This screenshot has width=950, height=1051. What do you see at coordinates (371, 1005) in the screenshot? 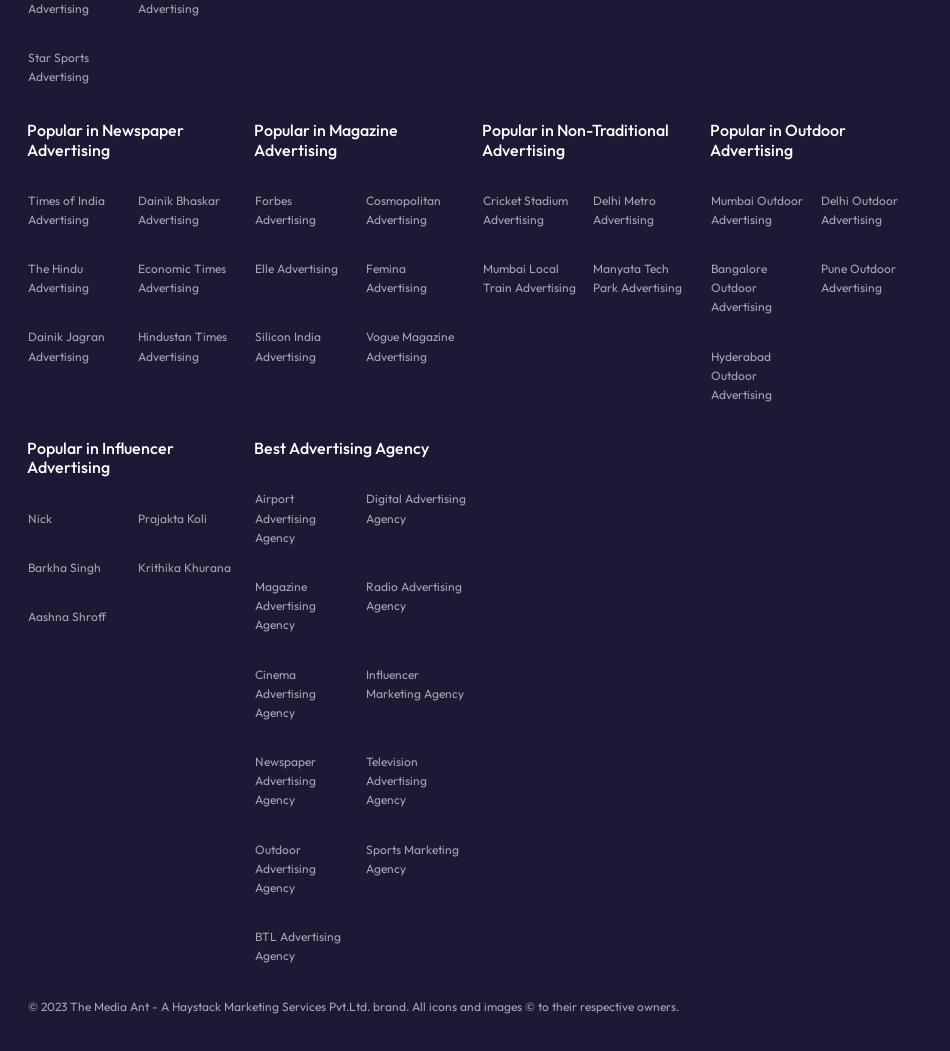
I see `'The Media Ant - A Haystack Marketing Services Pvt.Ltd. brand. All icons and images © to their respective owners.'` at bounding box center [371, 1005].